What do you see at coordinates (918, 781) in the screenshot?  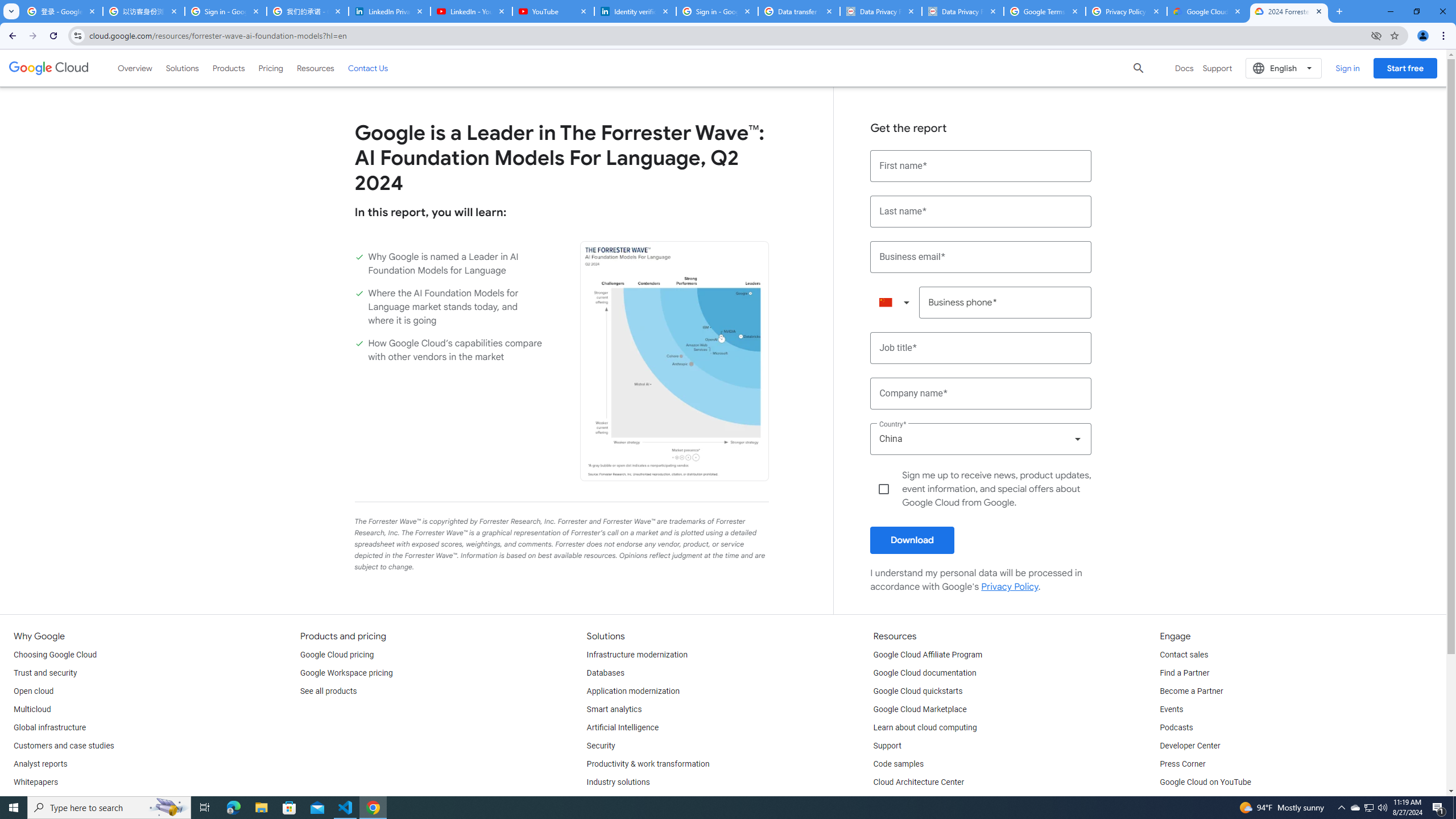 I see `'Cloud Architecture Center'` at bounding box center [918, 781].